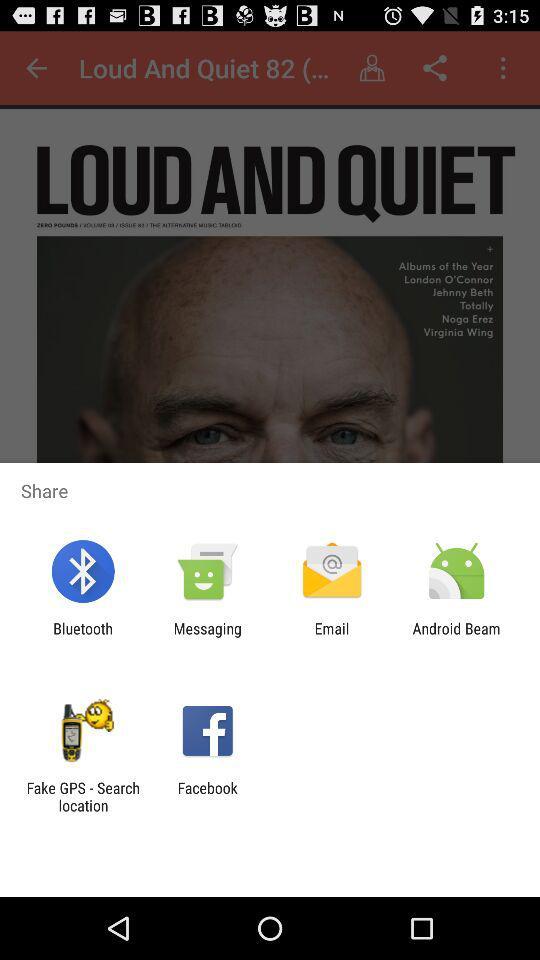  Describe the element at coordinates (332, 636) in the screenshot. I see `the item to the right of the messaging` at that location.